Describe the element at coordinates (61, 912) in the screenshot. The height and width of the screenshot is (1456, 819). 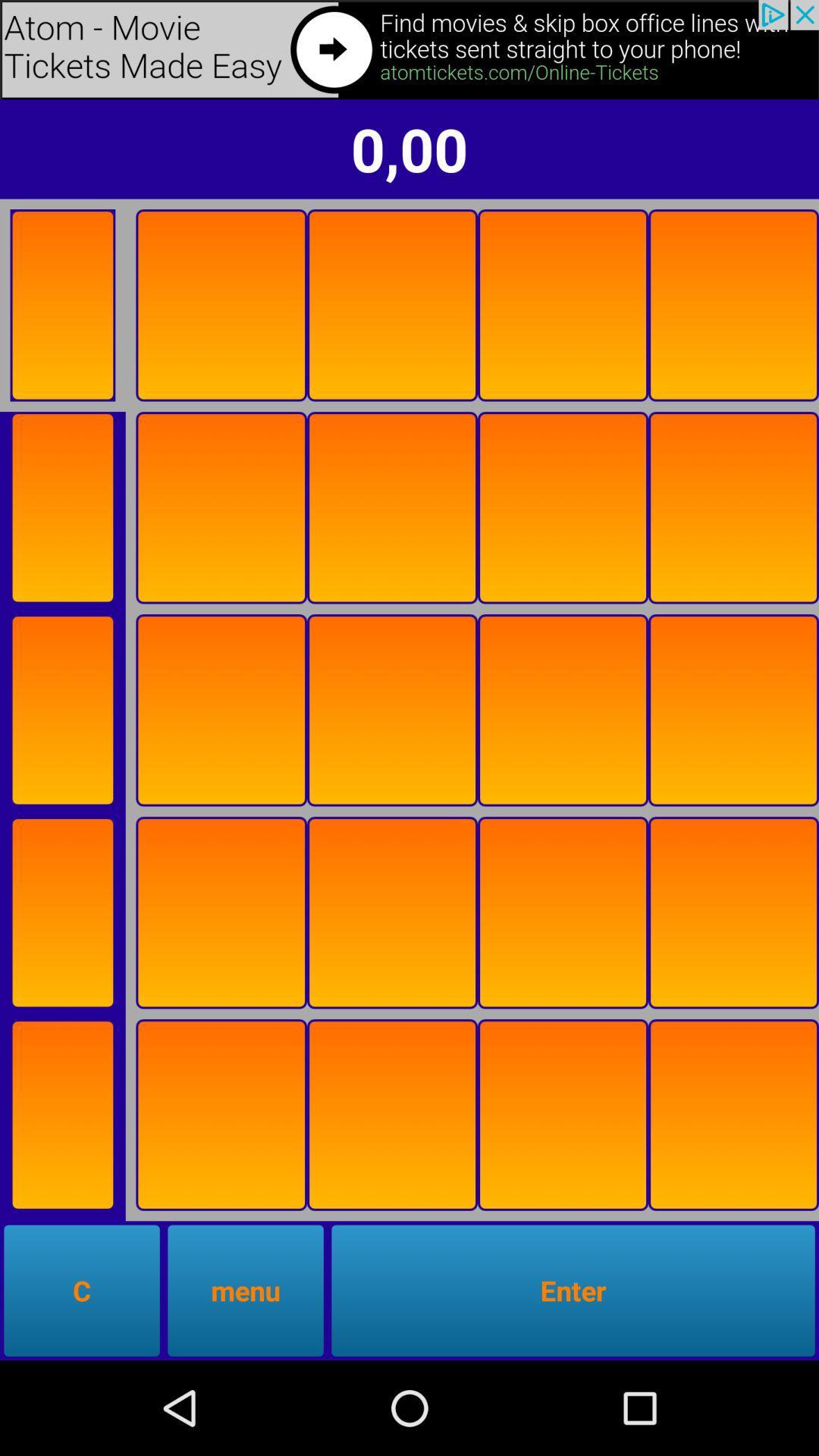
I see `section` at that location.